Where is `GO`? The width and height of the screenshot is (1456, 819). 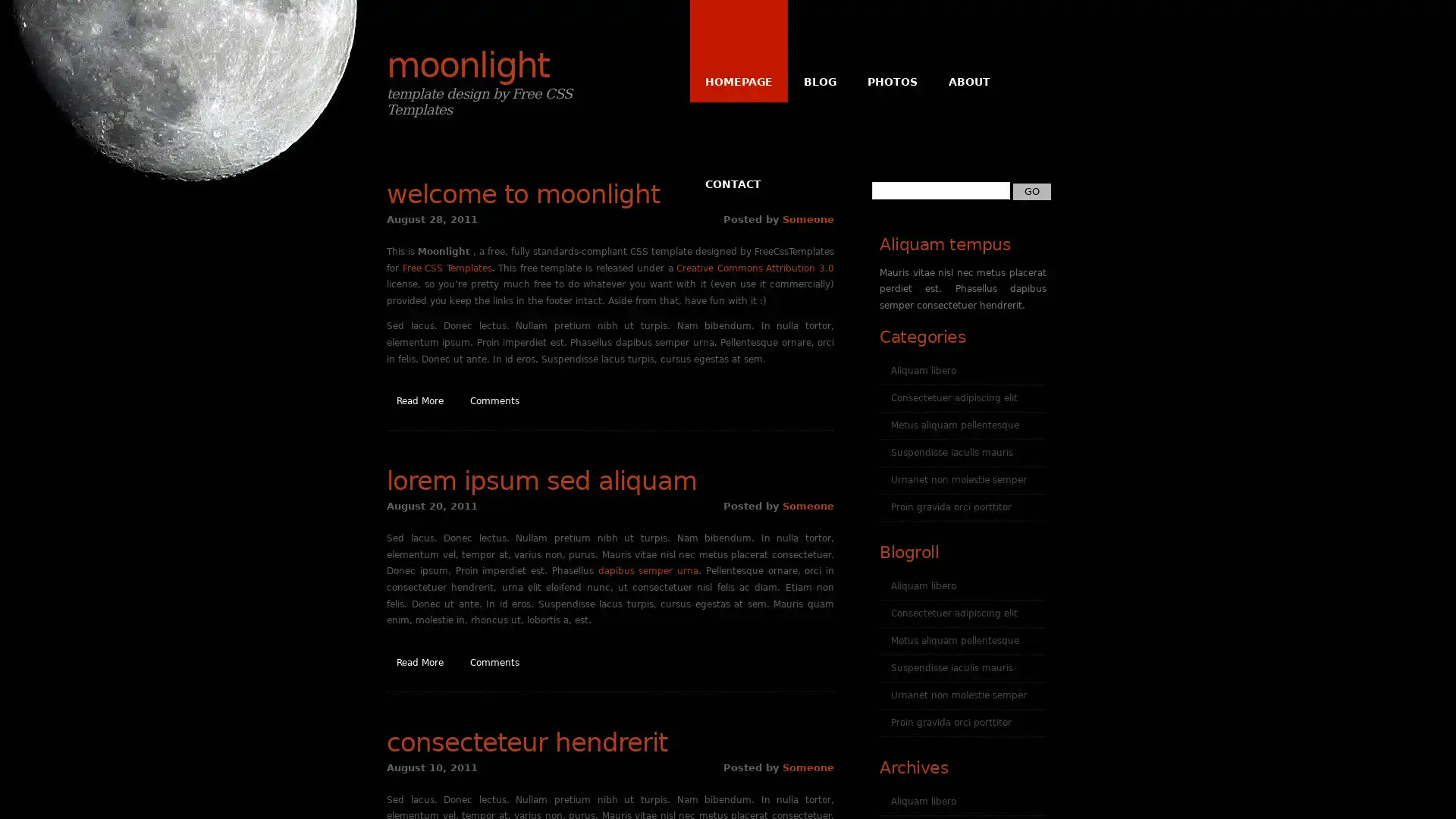
GO is located at coordinates (1031, 190).